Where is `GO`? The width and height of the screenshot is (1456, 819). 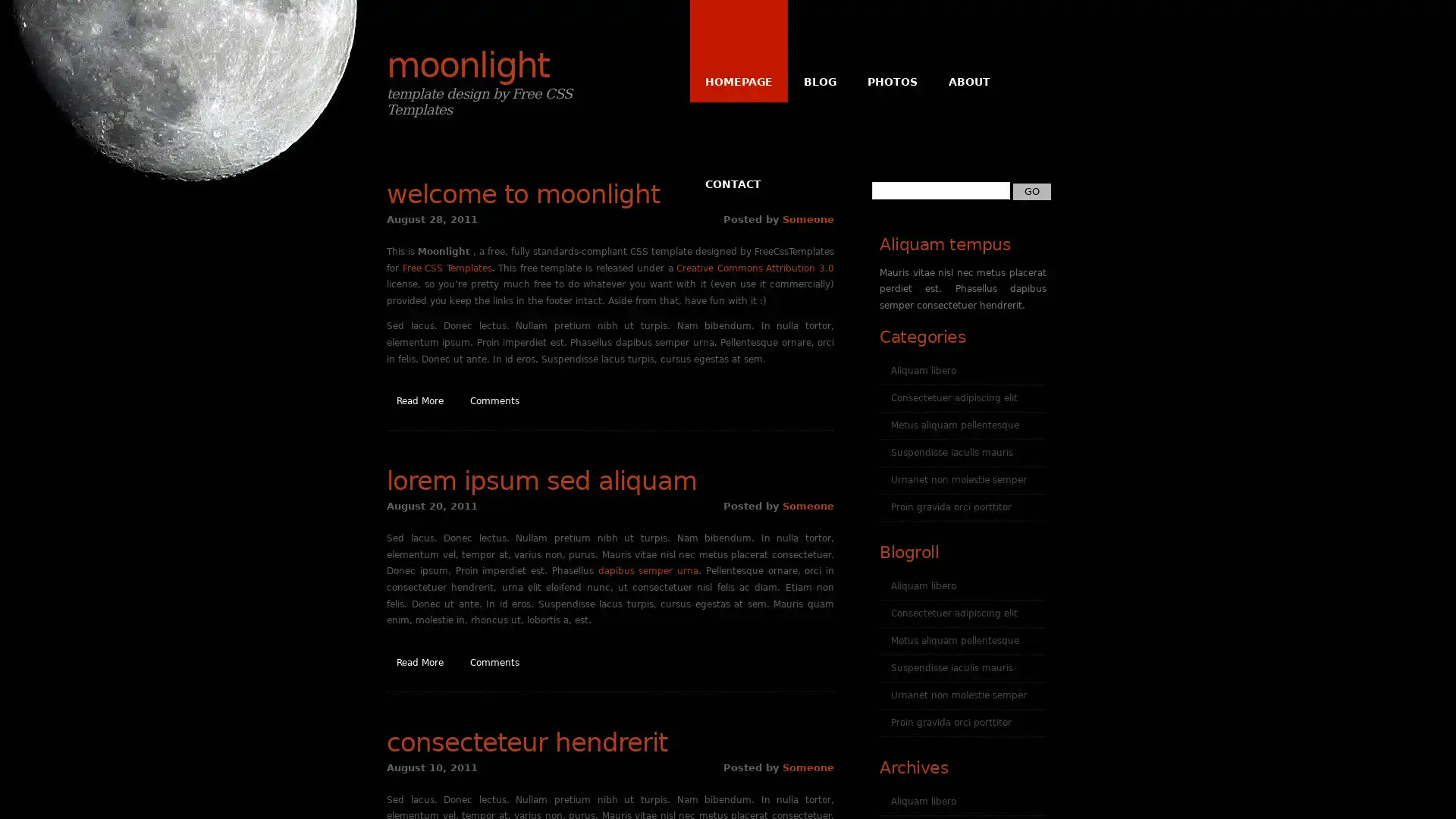
GO is located at coordinates (1031, 190).